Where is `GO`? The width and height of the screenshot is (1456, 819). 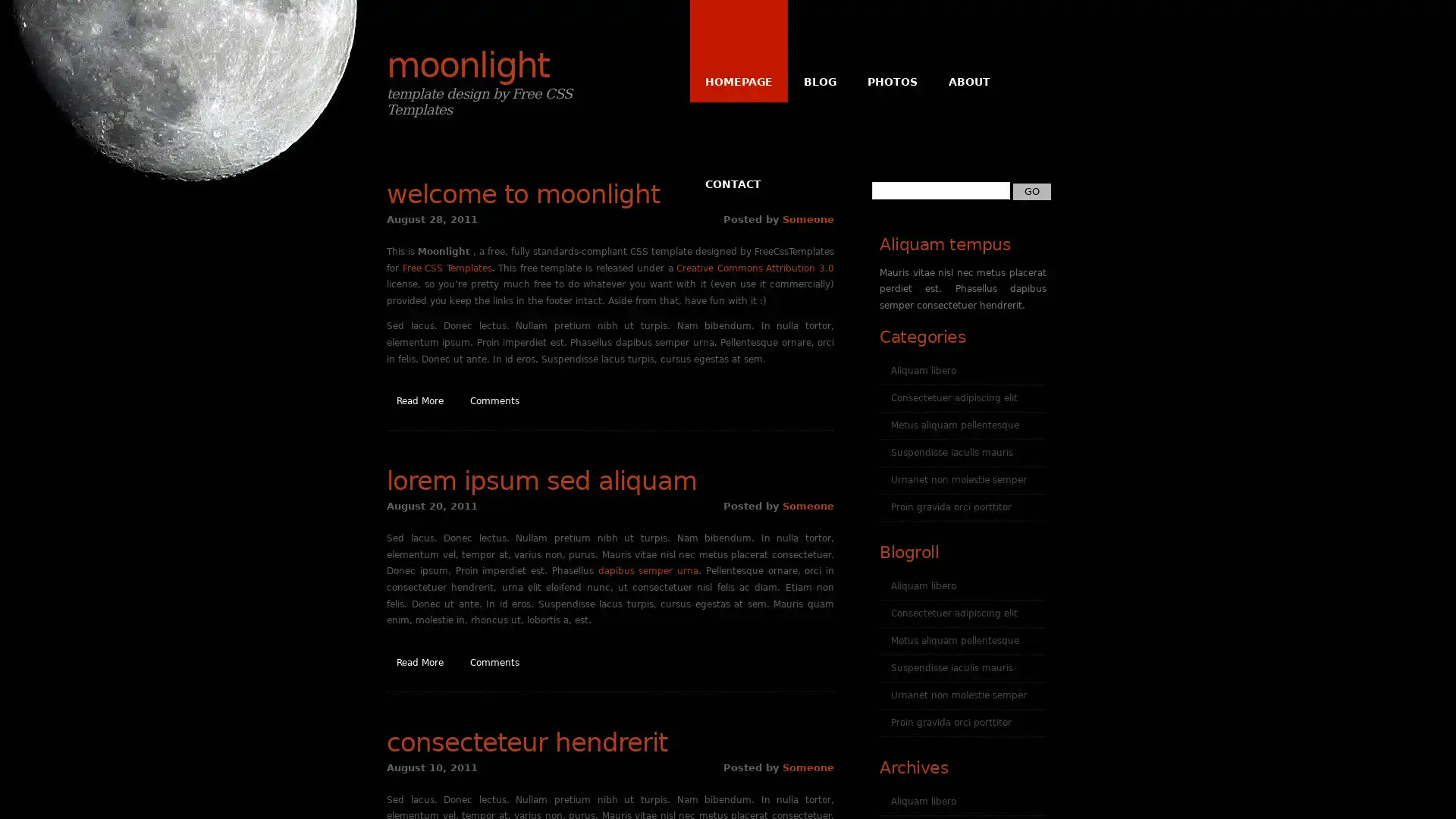
GO is located at coordinates (1031, 190).